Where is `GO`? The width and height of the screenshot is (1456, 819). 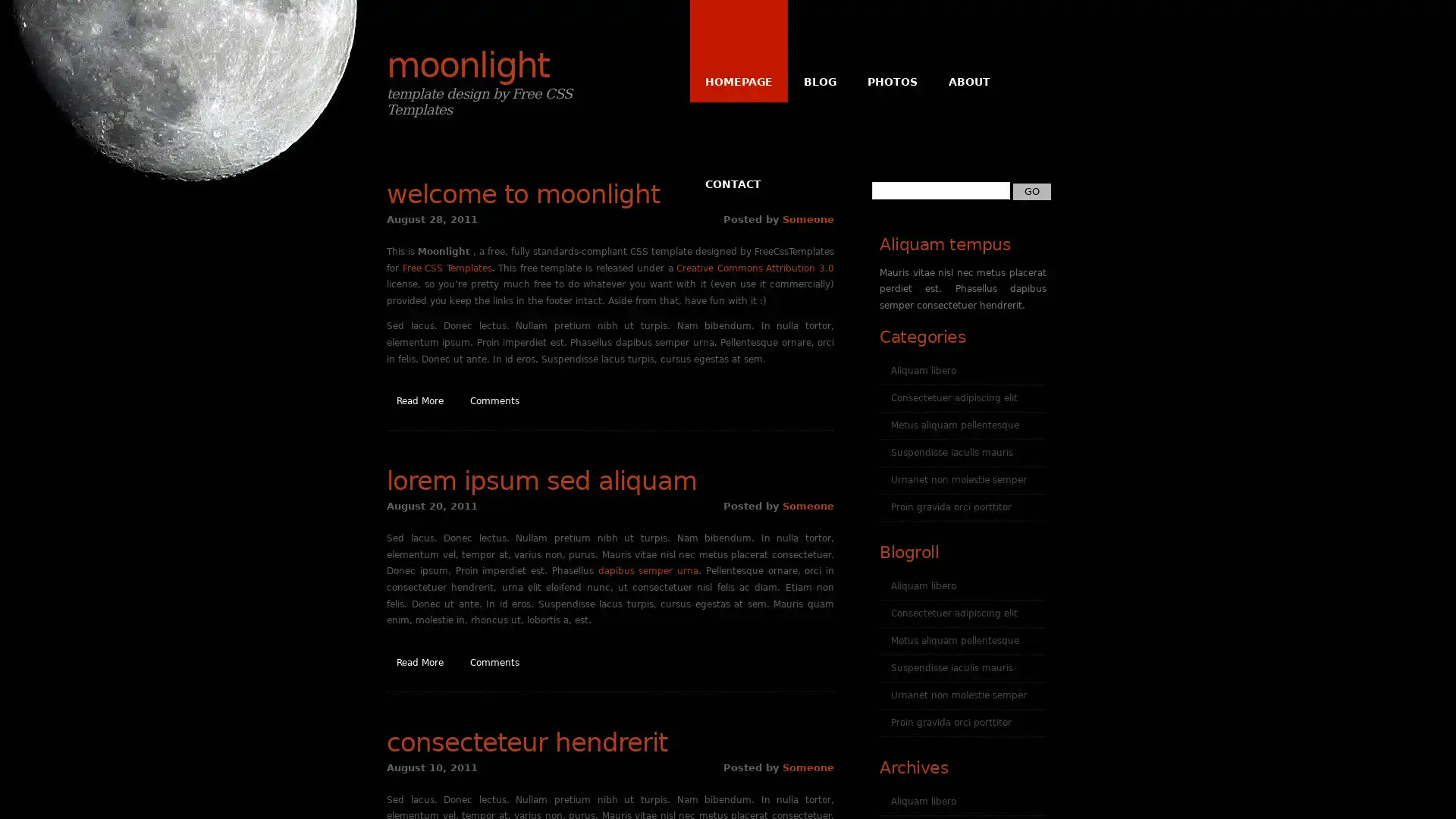
GO is located at coordinates (1031, 190).